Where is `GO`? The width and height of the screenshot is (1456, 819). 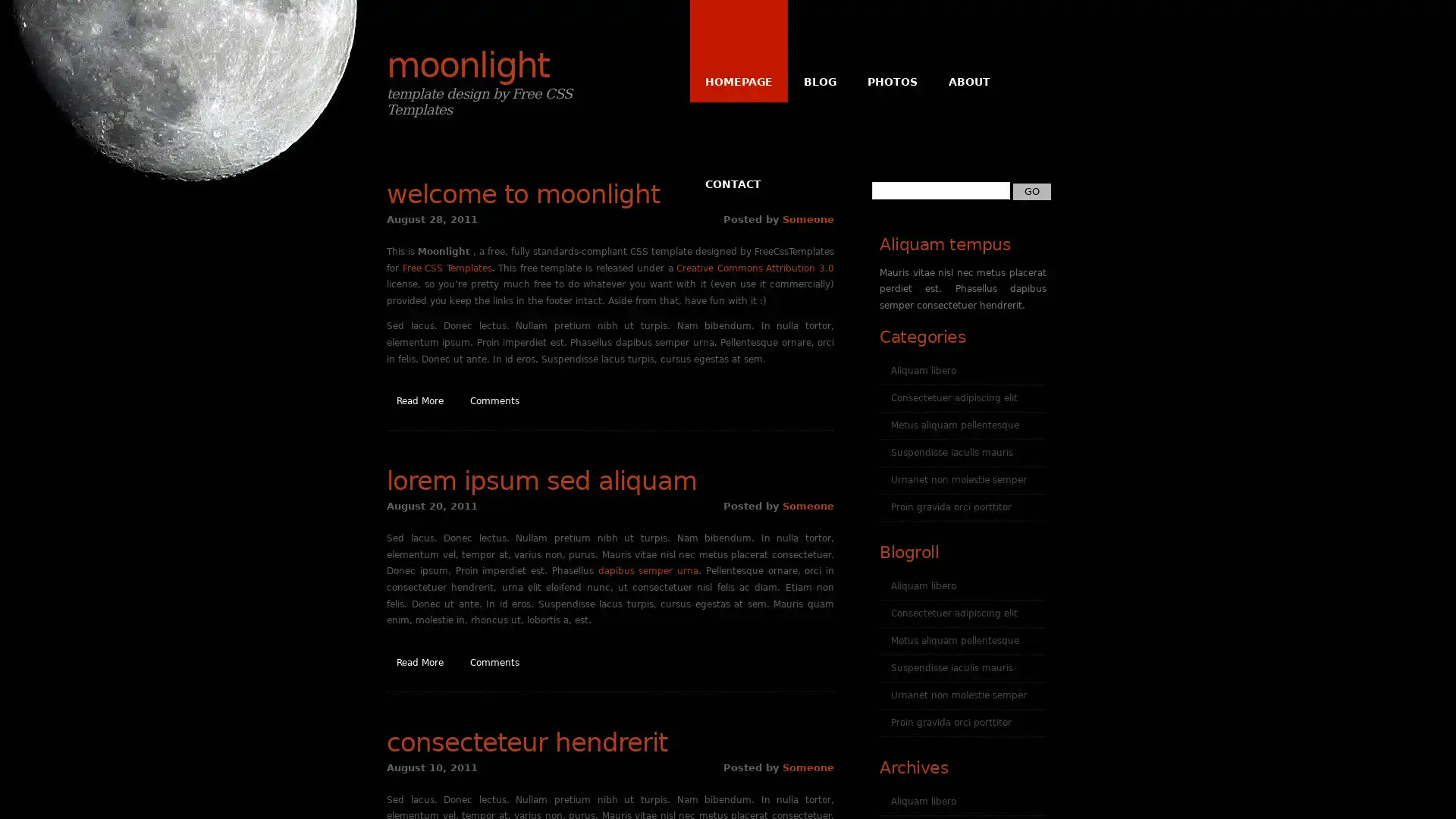
GO is located at coordinates (1031, 190).